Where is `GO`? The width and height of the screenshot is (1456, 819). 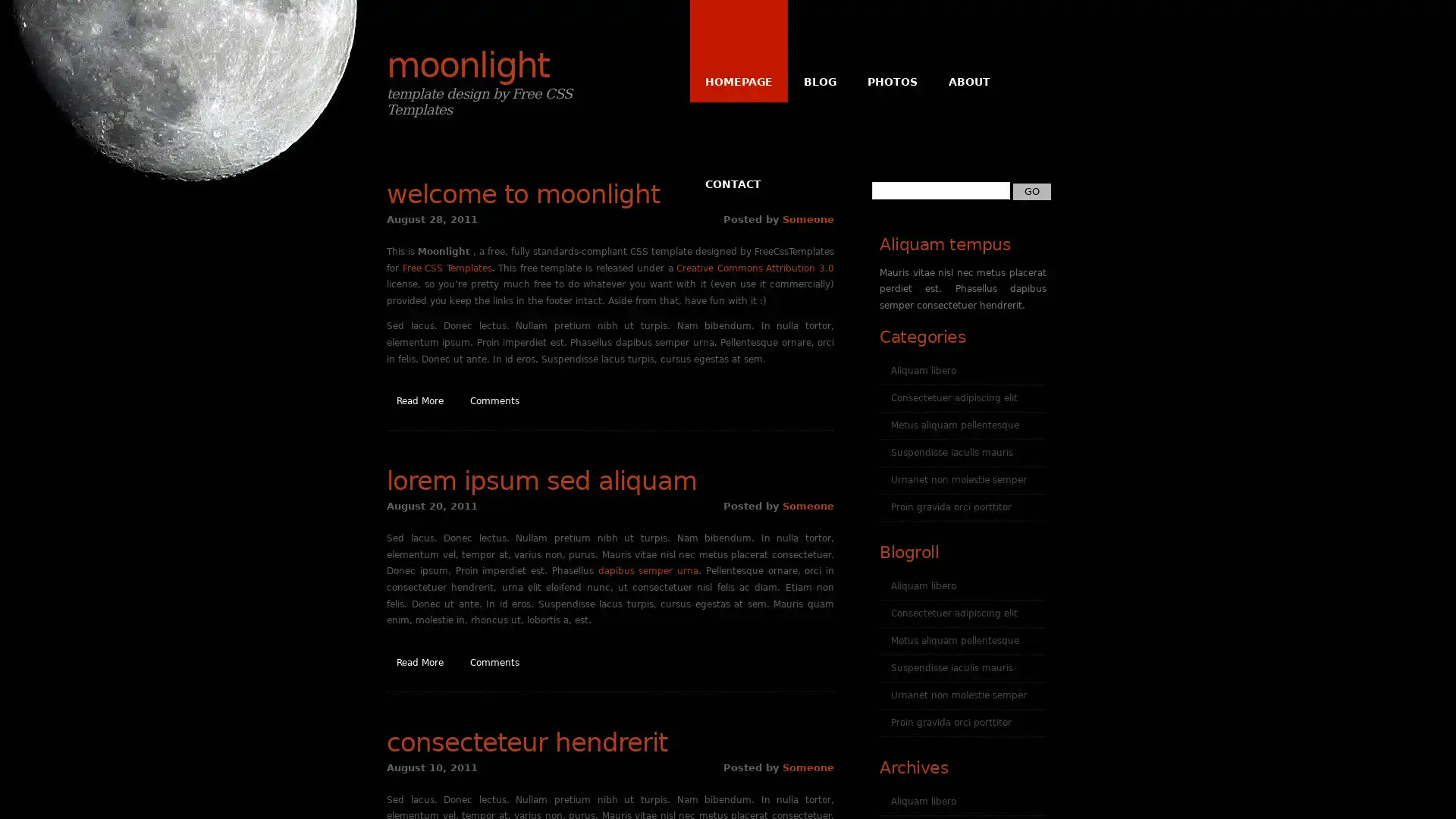
GO is located at coordinates (1031, 190).